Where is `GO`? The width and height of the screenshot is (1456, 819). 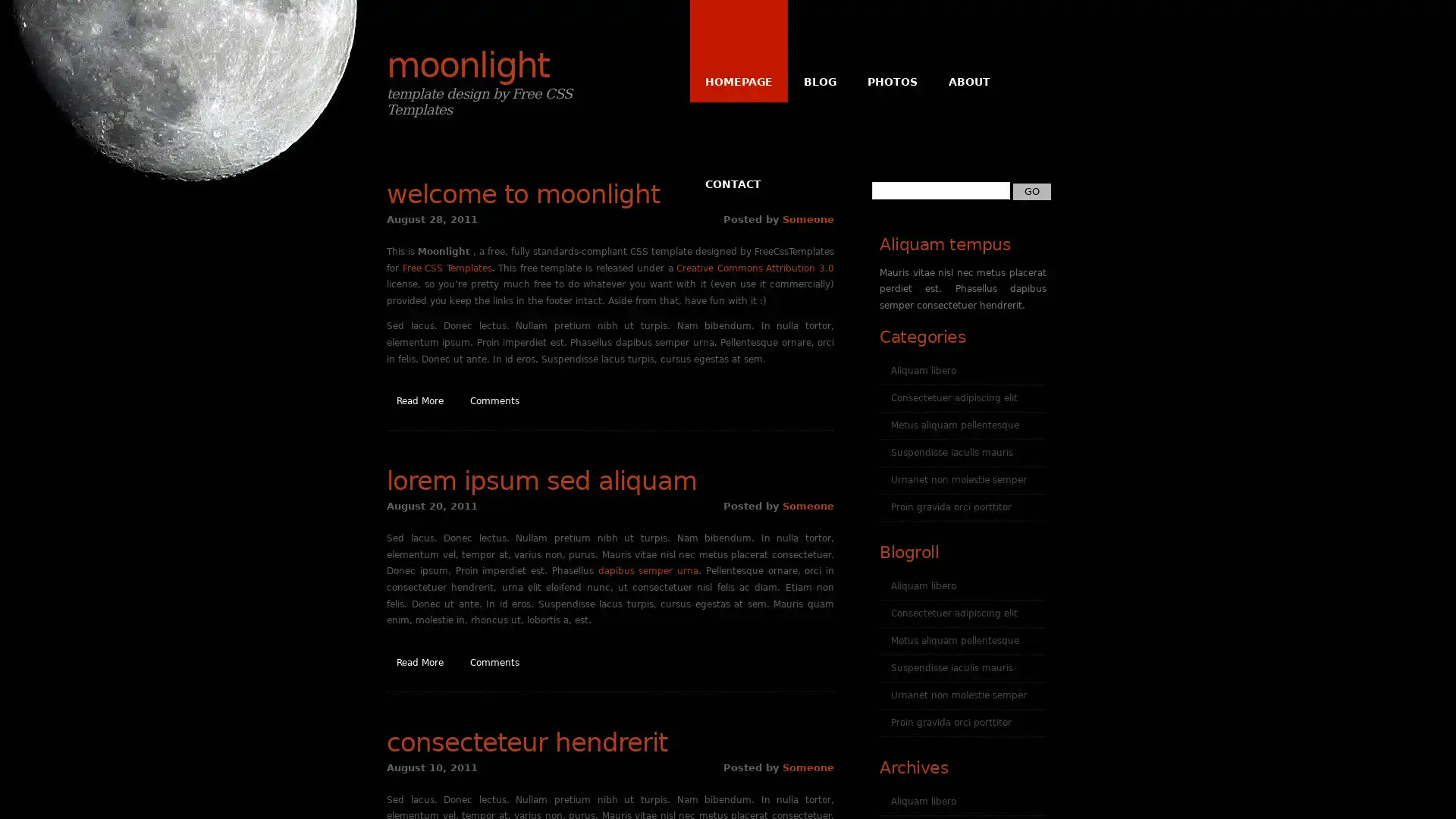
GO is located at coordinates (1031, 190).